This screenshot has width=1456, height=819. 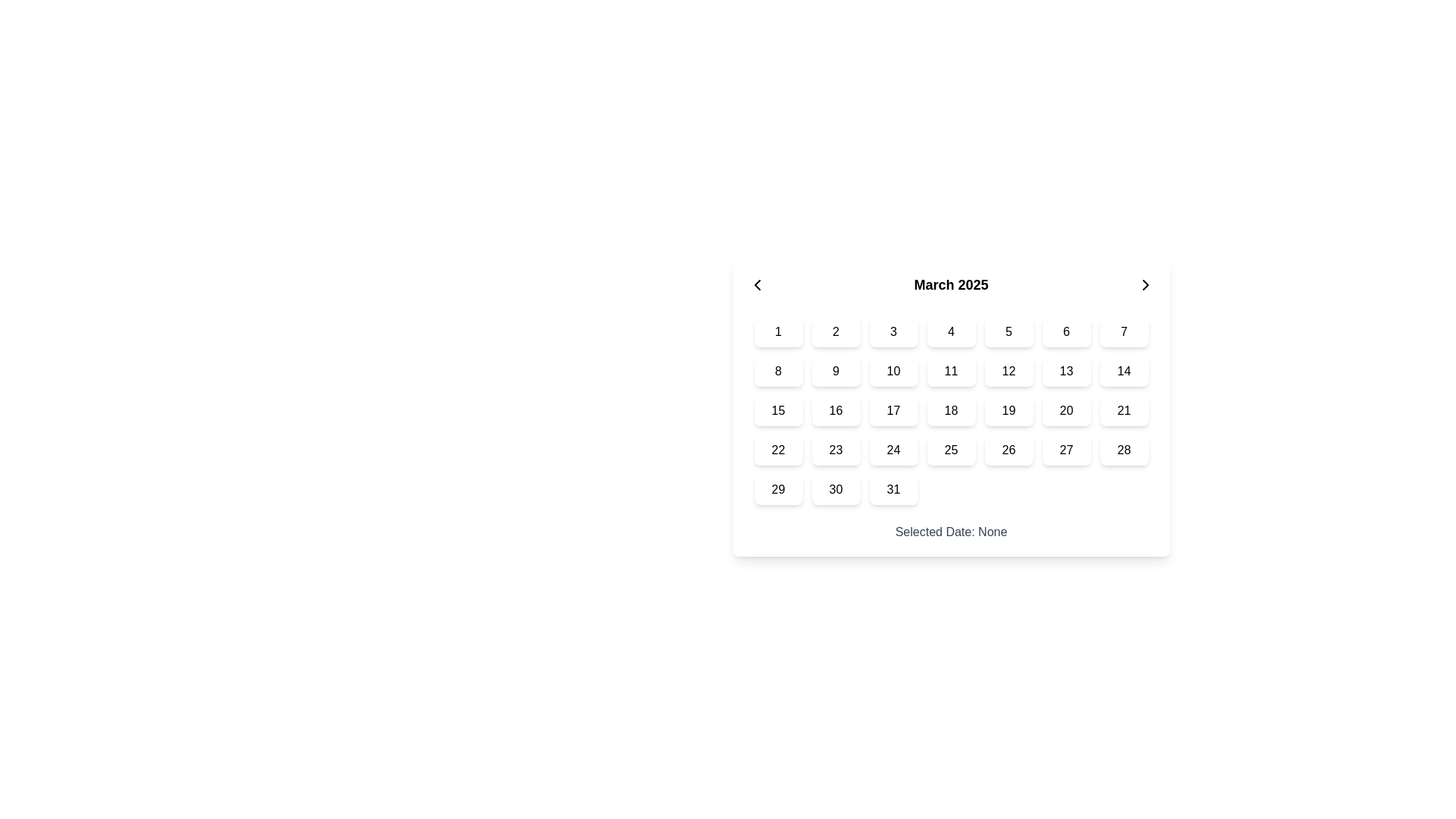 What do you see at coordinates (757, 284) in the screenshot?
I see `the Chevron Left icon, which is a small leftward-pointing arrow located near the top left area of the user interface, adjacent to the 'March 2025' text in the calendar UI` at bounding box center [757, 284].